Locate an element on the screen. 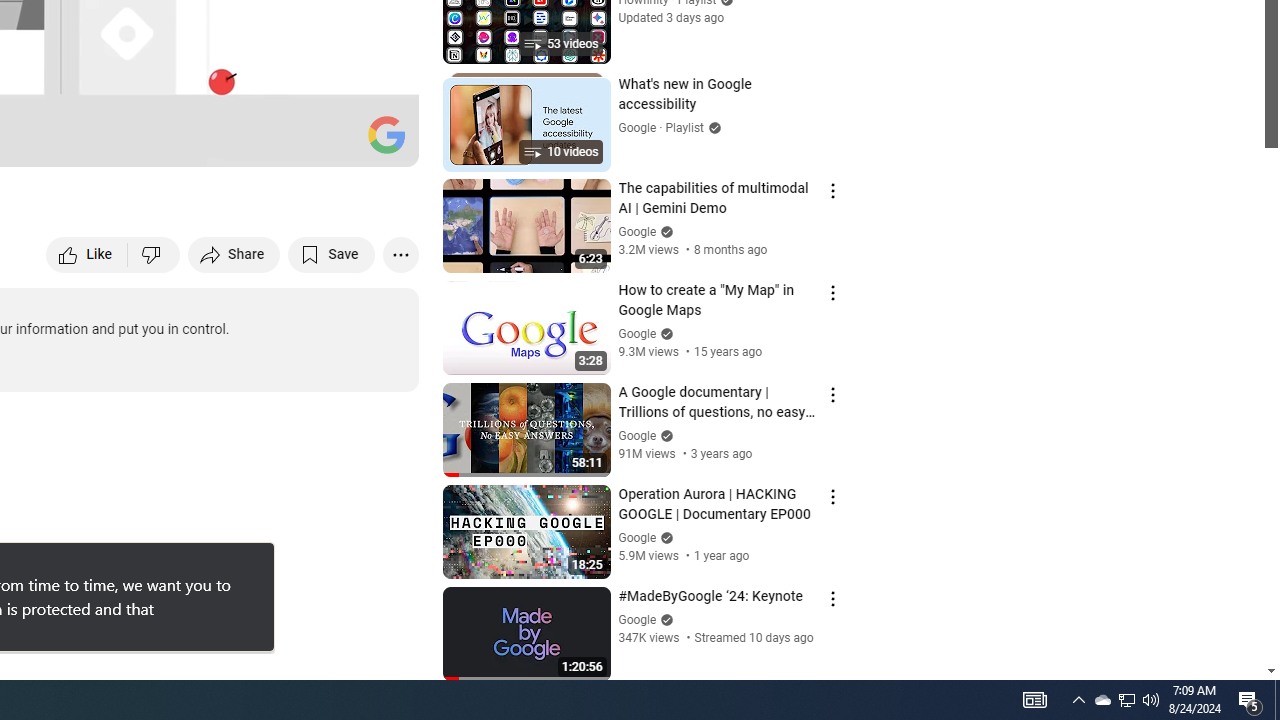 The width and height of the screenshot is (1280, 720). 'More actions' is located at coordinates (400, 253).